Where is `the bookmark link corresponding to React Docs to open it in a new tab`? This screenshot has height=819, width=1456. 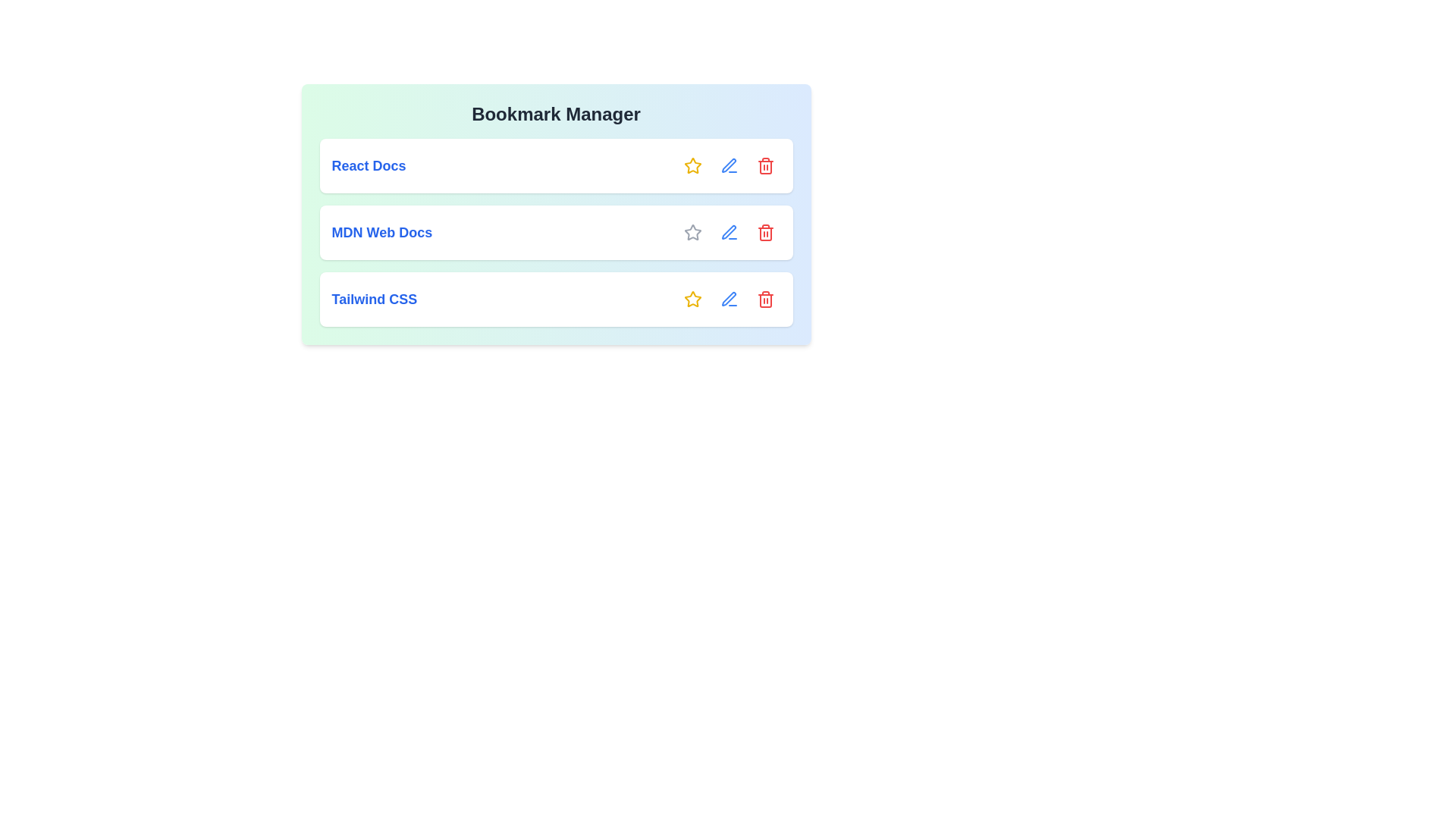
the bookmark link corresponding to React Docs to open it in a new tab is located at coordinates (369, 166).